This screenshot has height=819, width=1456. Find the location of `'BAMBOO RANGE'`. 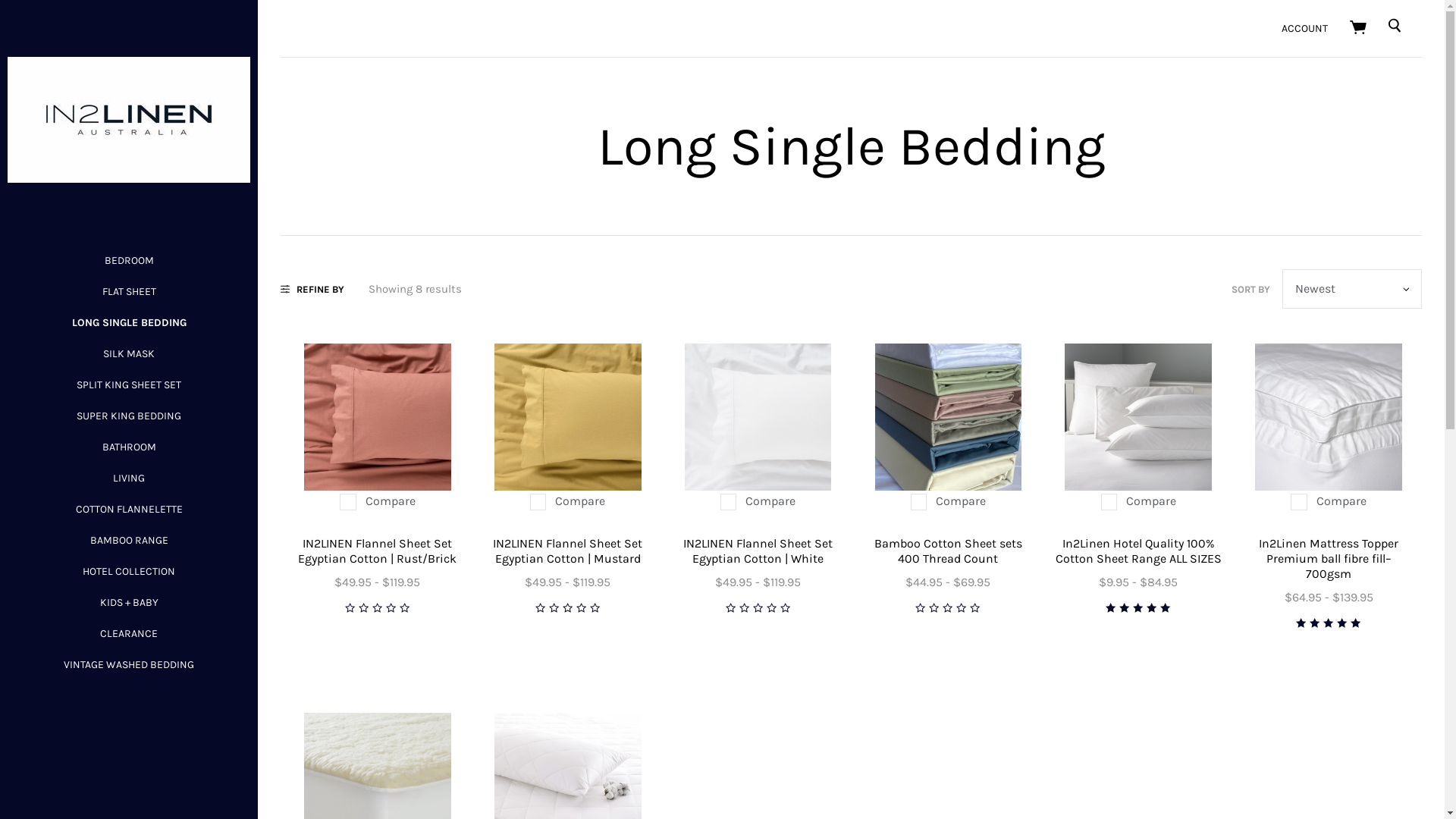

'BAMBOO RANGE' is located at coordinates (89, 539).